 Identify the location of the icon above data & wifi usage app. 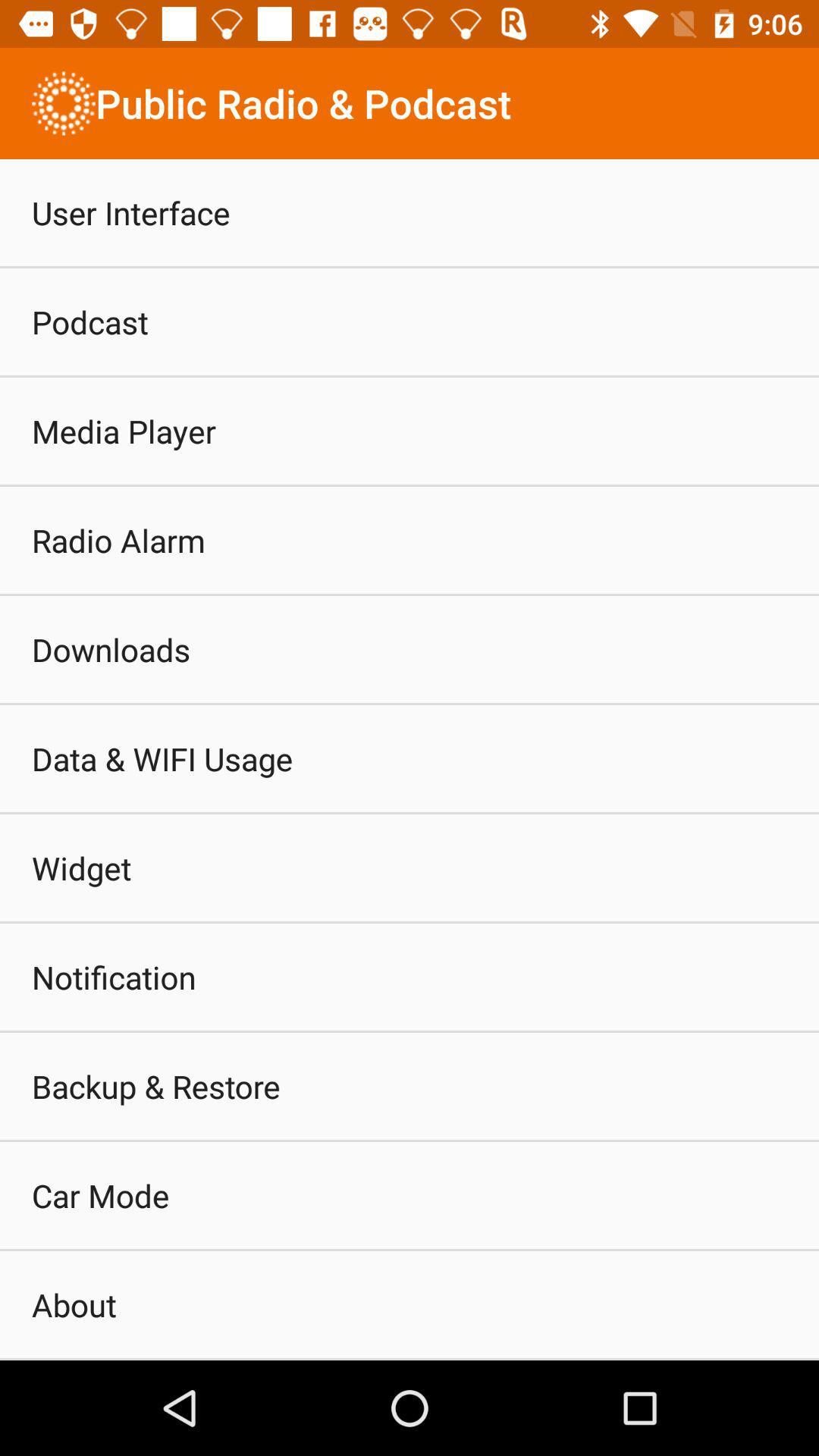
(110, 649).